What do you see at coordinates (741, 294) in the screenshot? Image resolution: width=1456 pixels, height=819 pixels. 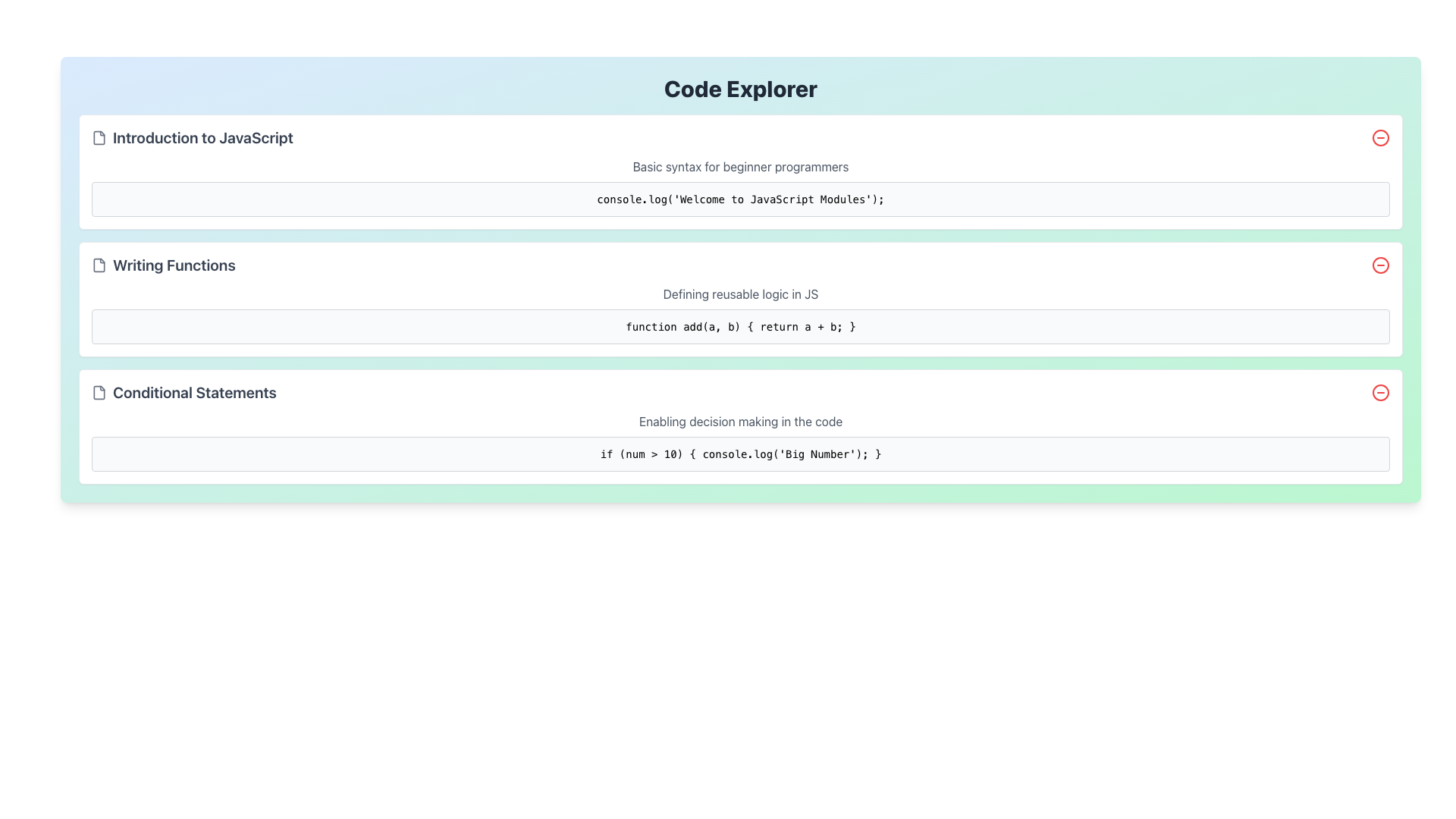 I see `the static text label that serves as a descriptor for the subsequent code example in the 'Writing Functions' section` at bounding box center [741, 294].